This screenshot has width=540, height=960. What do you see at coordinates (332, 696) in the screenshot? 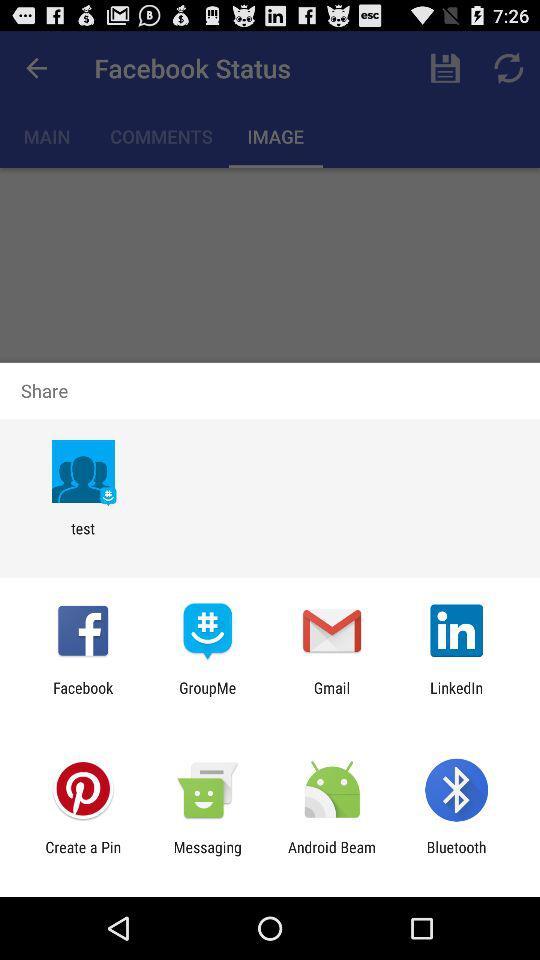
I see `app to the right of the groupme` at bounding box center [332, 696].